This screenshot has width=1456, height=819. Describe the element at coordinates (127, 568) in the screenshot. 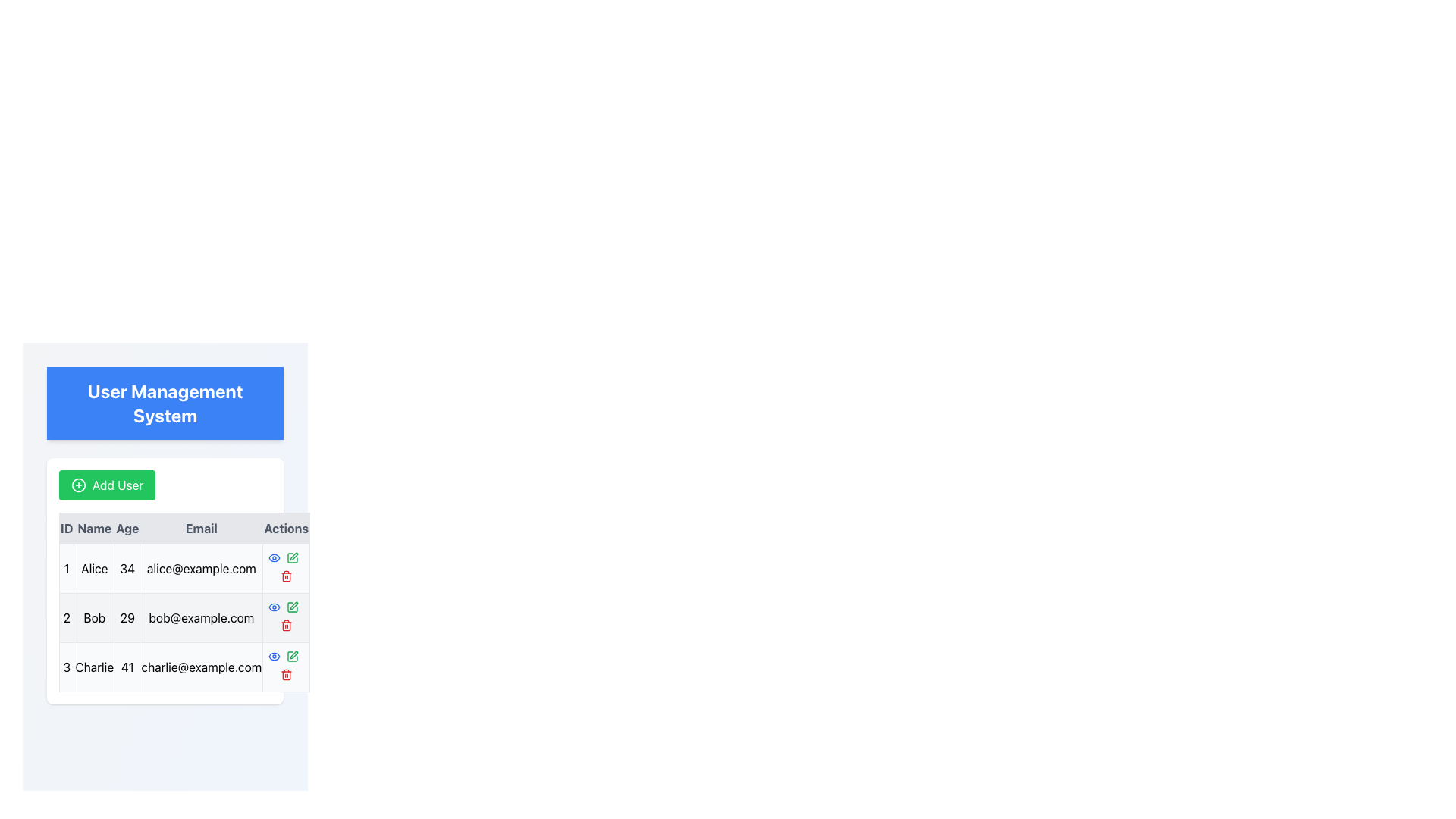

I see `the static text element displaying the age value '34' for the user 'Alice' in the user management table, located in the third column under the 'Age' header` at that location.